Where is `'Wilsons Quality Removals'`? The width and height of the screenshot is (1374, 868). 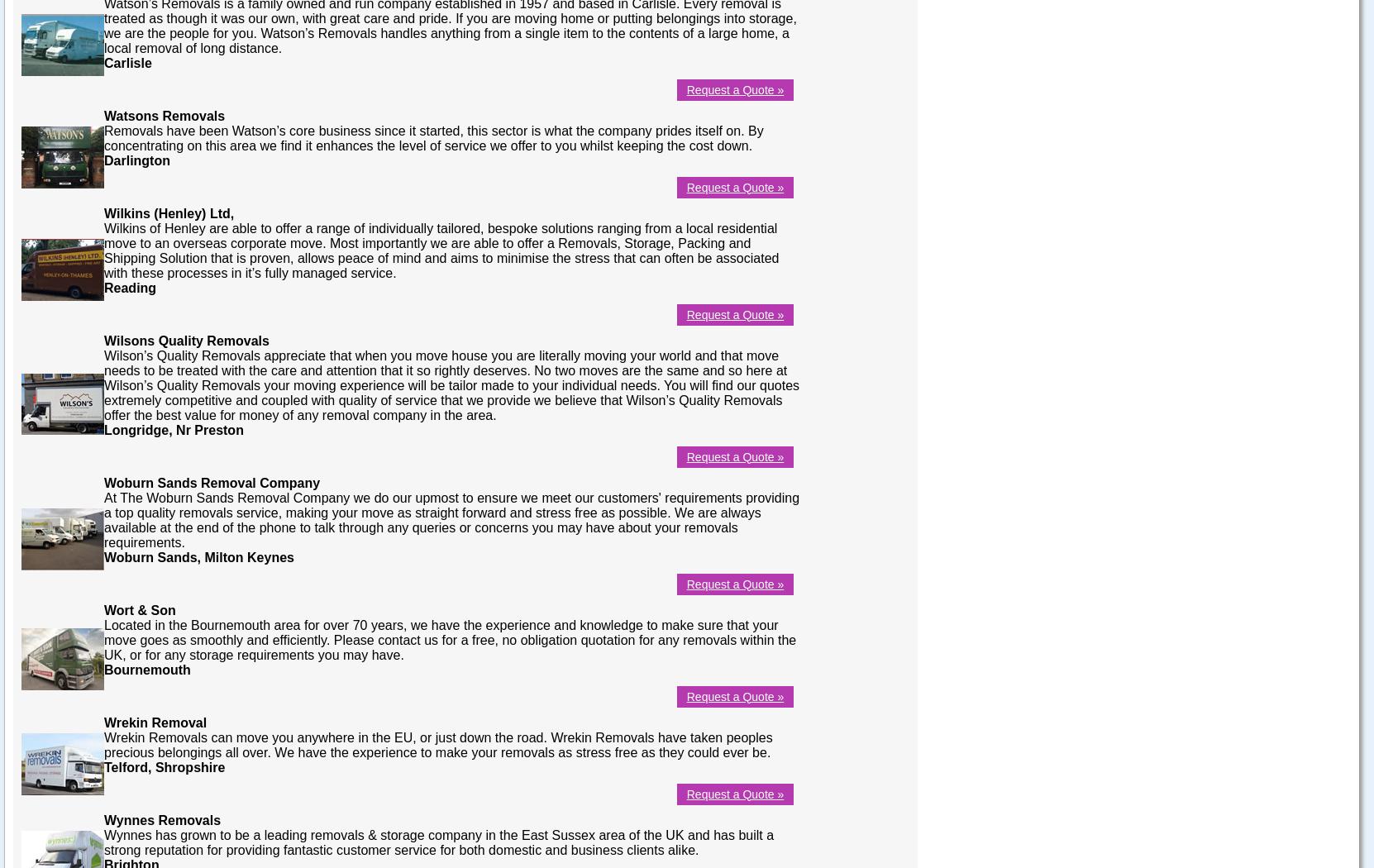
'Wilsons Quality Removals' is located at coordinates (103, 340).